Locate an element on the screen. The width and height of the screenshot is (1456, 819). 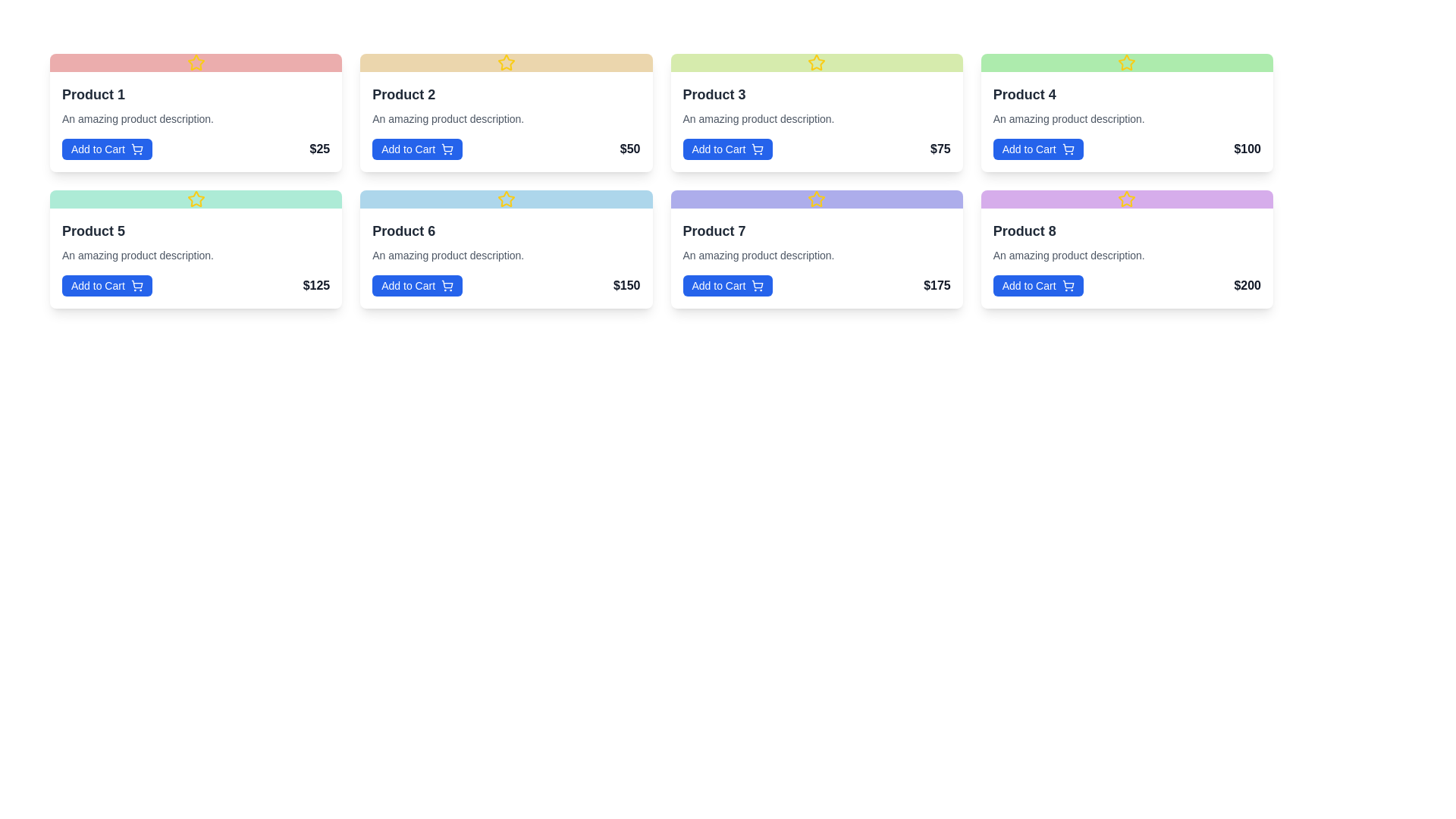
the star icon located in the center top of the light green header section of the third product card to interact with it is located at coordinates (816, 62).